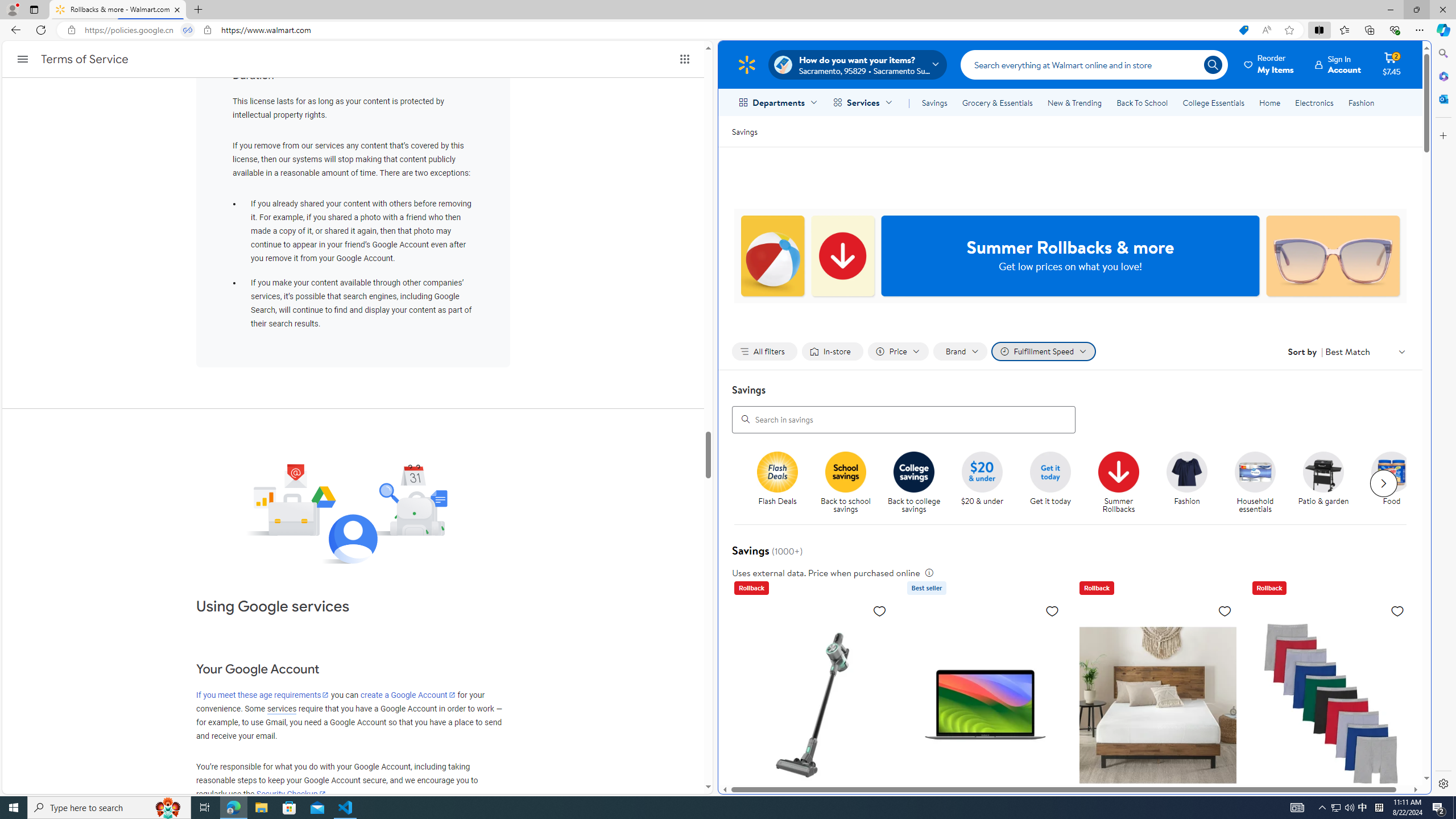 Image resolution: width=1456 pixels, height=819 pixels. I want to click on 'Close Search pane', so click(1442, 53).